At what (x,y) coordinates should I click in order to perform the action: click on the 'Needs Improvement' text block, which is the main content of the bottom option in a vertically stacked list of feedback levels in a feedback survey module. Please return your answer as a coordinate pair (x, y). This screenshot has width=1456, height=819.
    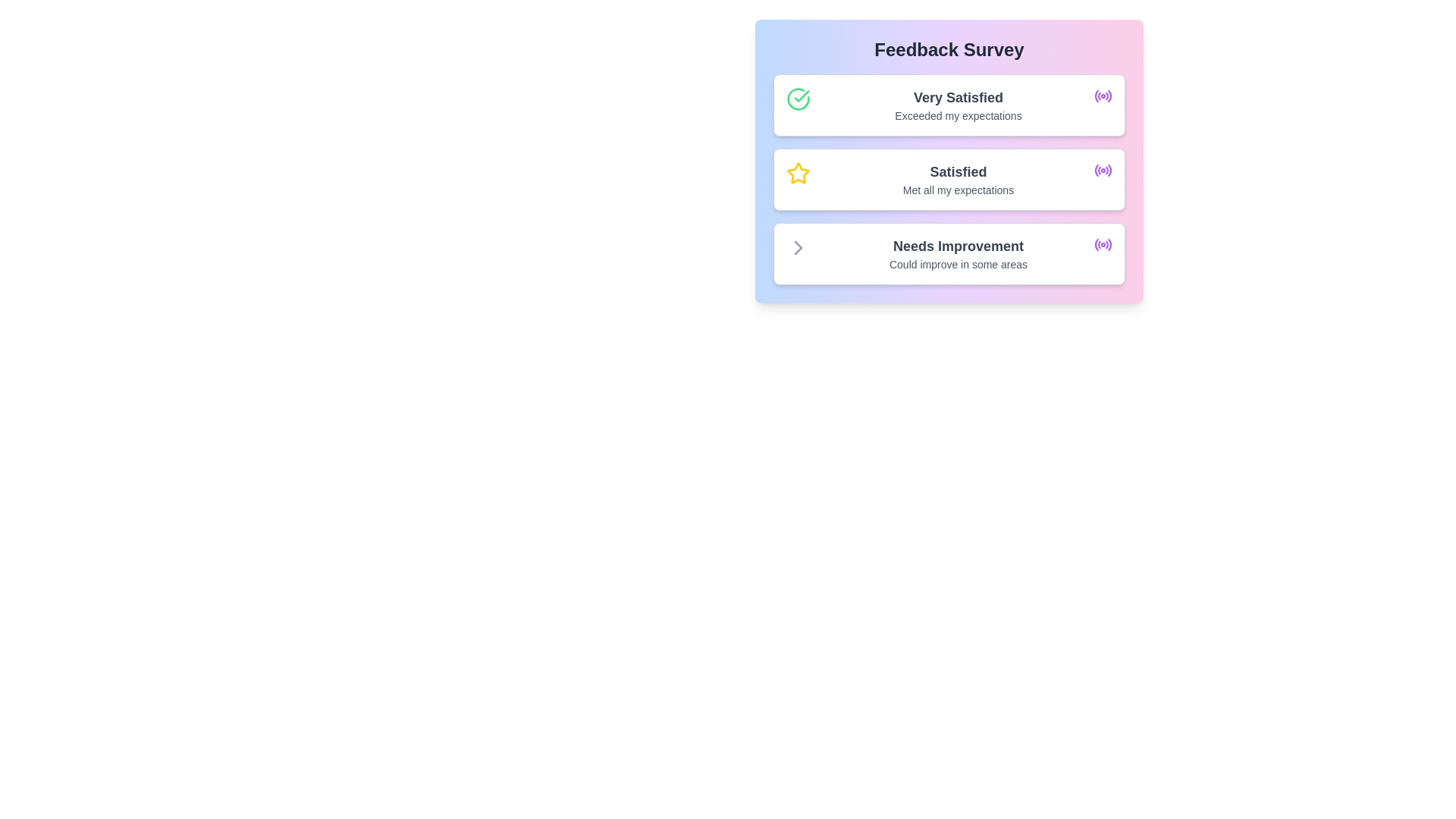
    Looking at the image, I should click on (957, 253).